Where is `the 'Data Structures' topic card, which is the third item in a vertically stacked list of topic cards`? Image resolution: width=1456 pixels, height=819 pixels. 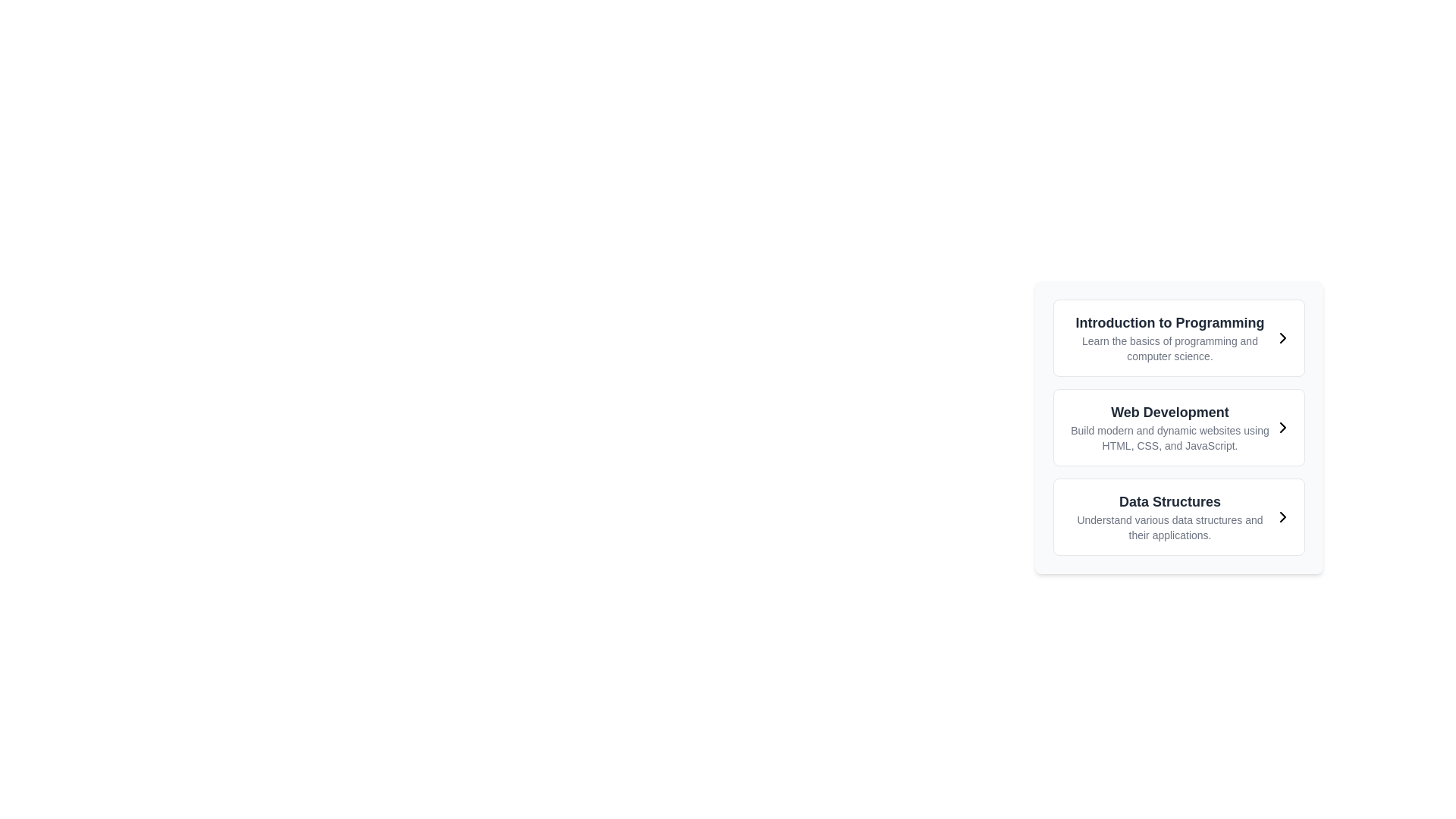
the 'Data Structures' topic card, which is the third item in a vertically stacked list of topic cards is located at coordinates (1178, 516).